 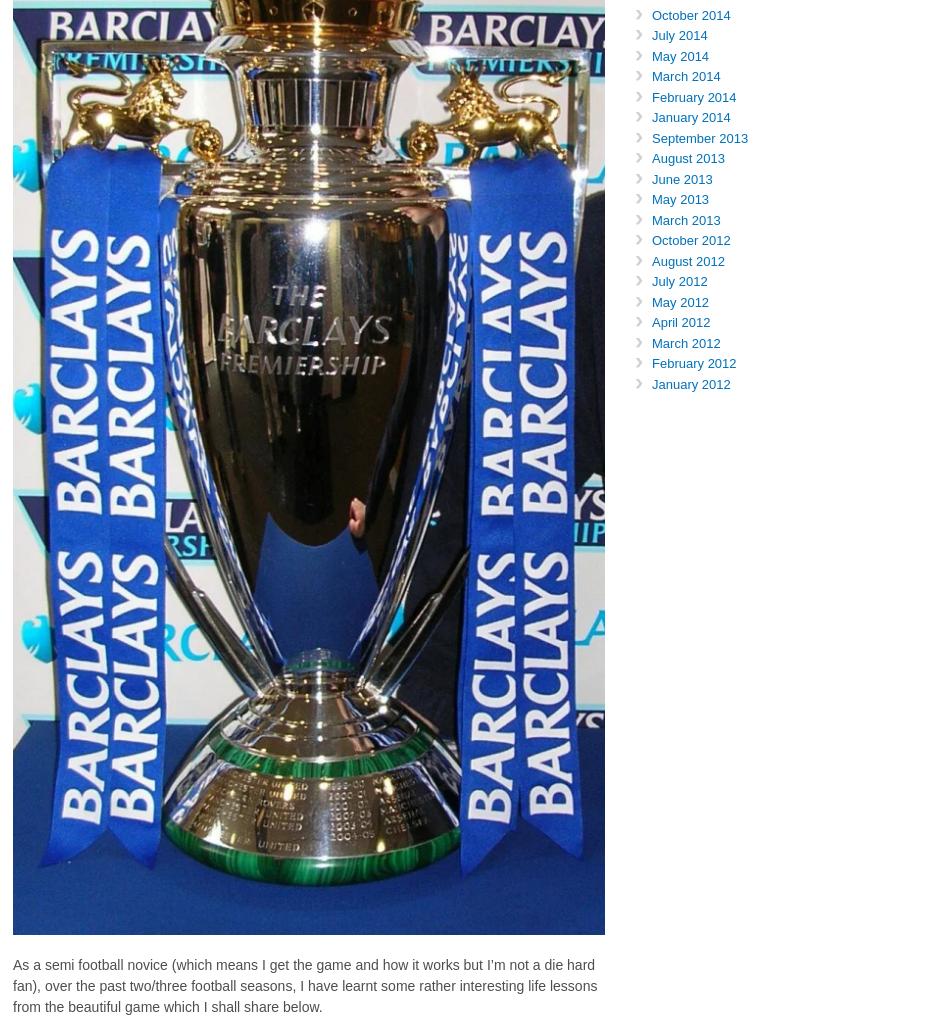 I want to click on 'August 2012', so click(x=687, y=259).